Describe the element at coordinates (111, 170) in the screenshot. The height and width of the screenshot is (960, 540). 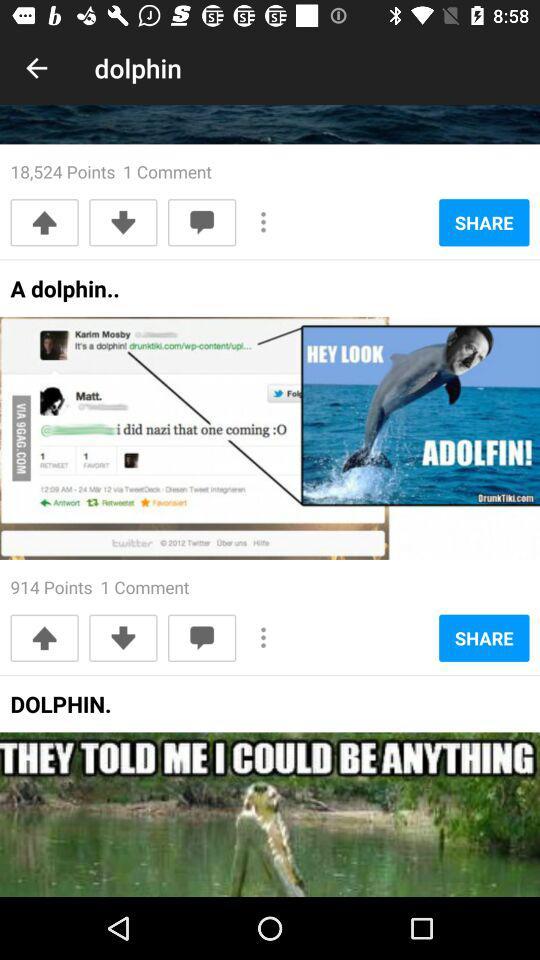
I see `the 18 524 points` at that location.